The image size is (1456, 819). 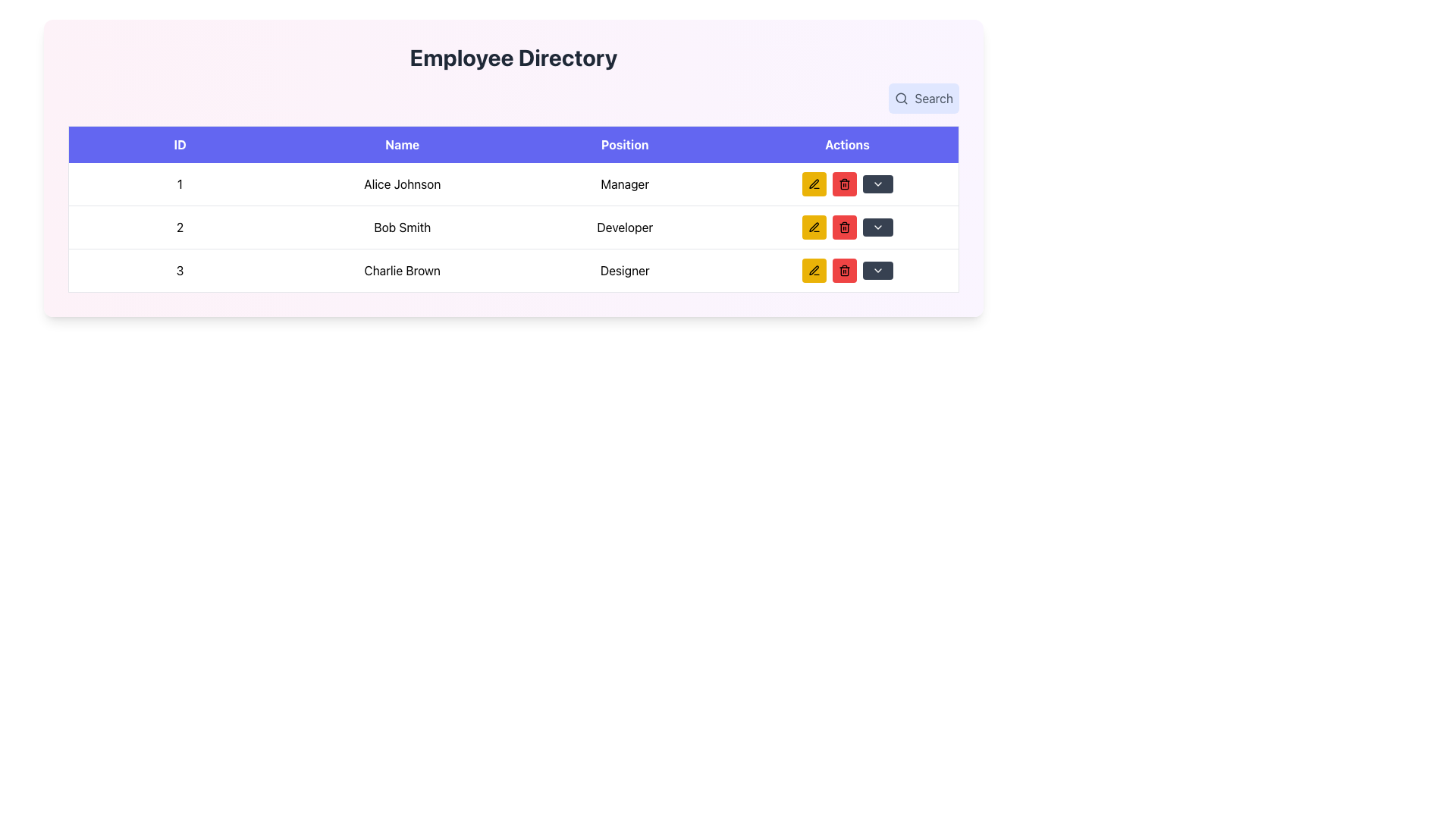 What do you see at coordinates (180, 184) in the screenshot?
I see `the text element displaying the number '1' under the 'ID' column in the table by clicking on its center point` at bounding box center [180, 184].